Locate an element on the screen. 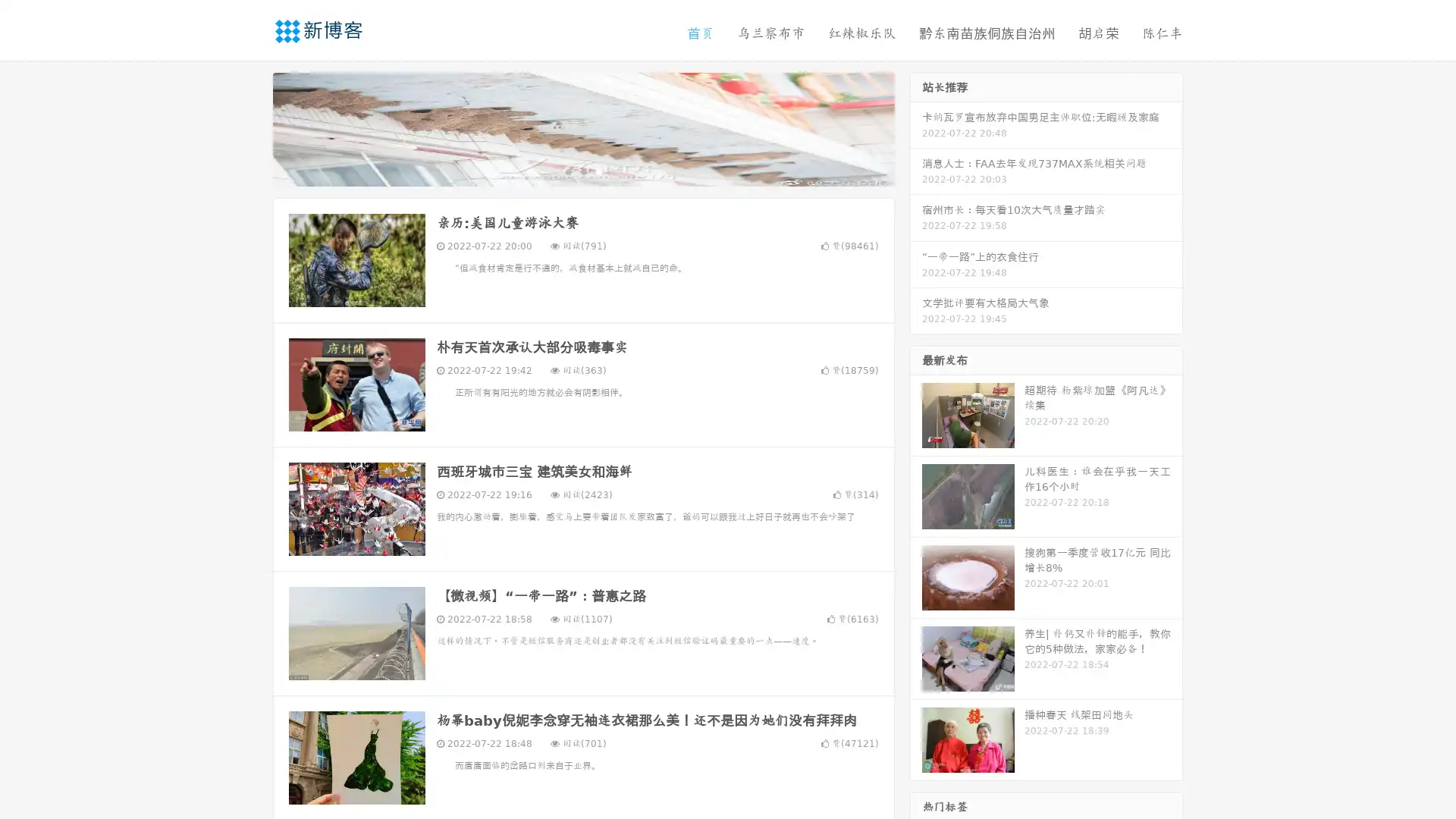 This screenshot has width=1456, height=819. Go to slide 2 is located at coordinates (582, 171).